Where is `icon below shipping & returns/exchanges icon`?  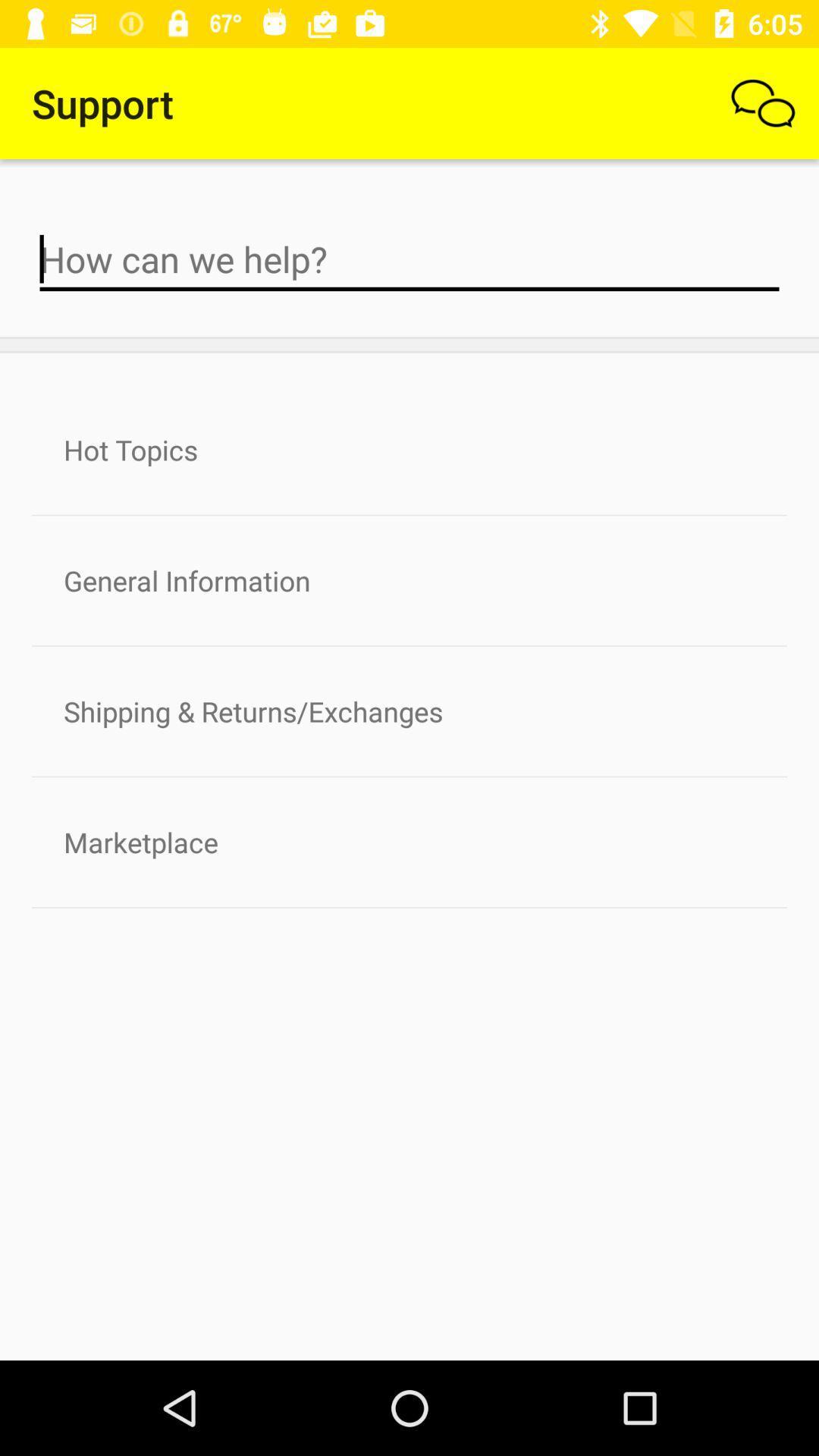
icon below shipping & returns/exchanges icon is located at coordinates (409, 841).